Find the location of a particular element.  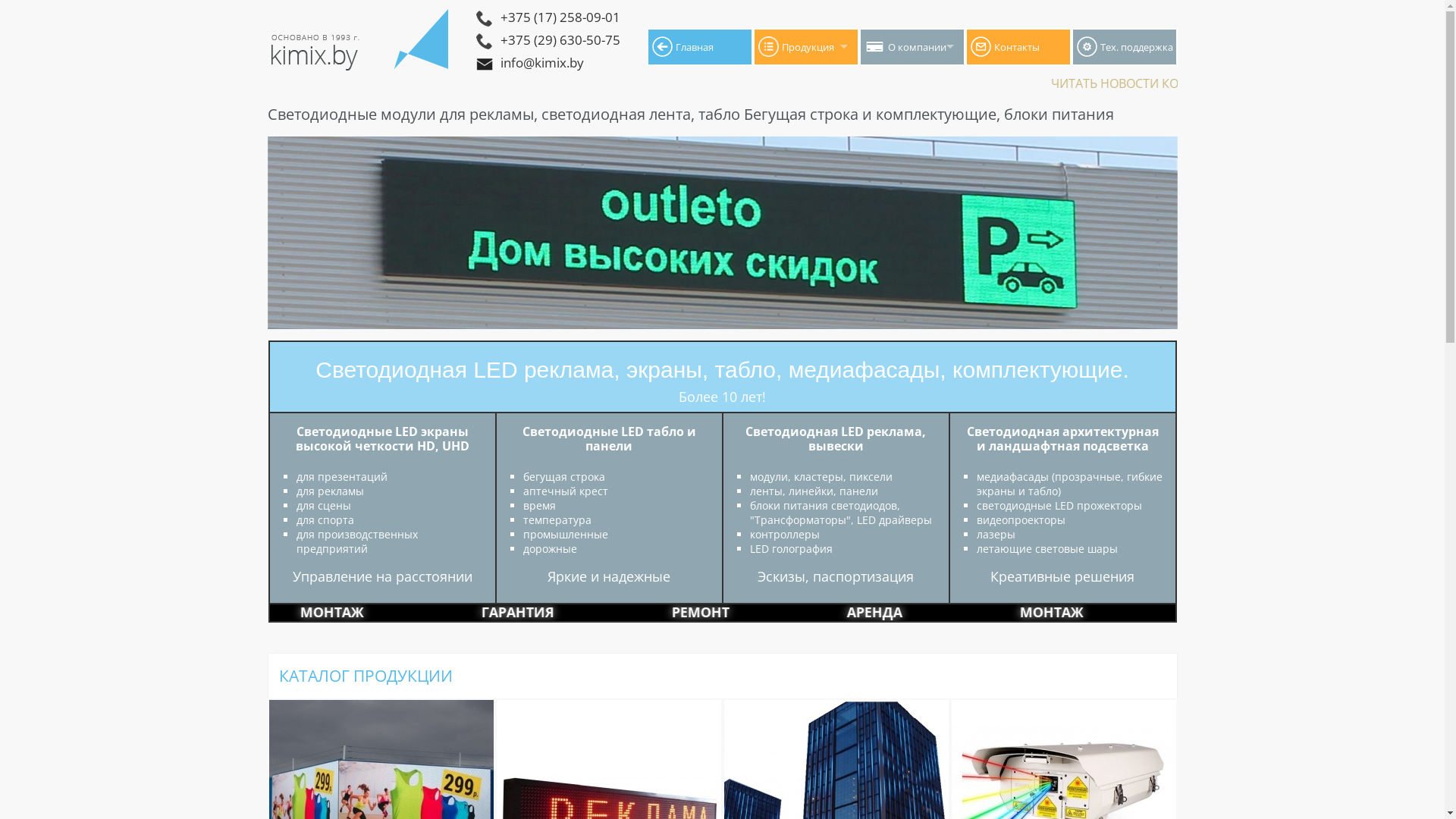

'+375 (17) 258-09-01' is located at coordinates (598, 18).